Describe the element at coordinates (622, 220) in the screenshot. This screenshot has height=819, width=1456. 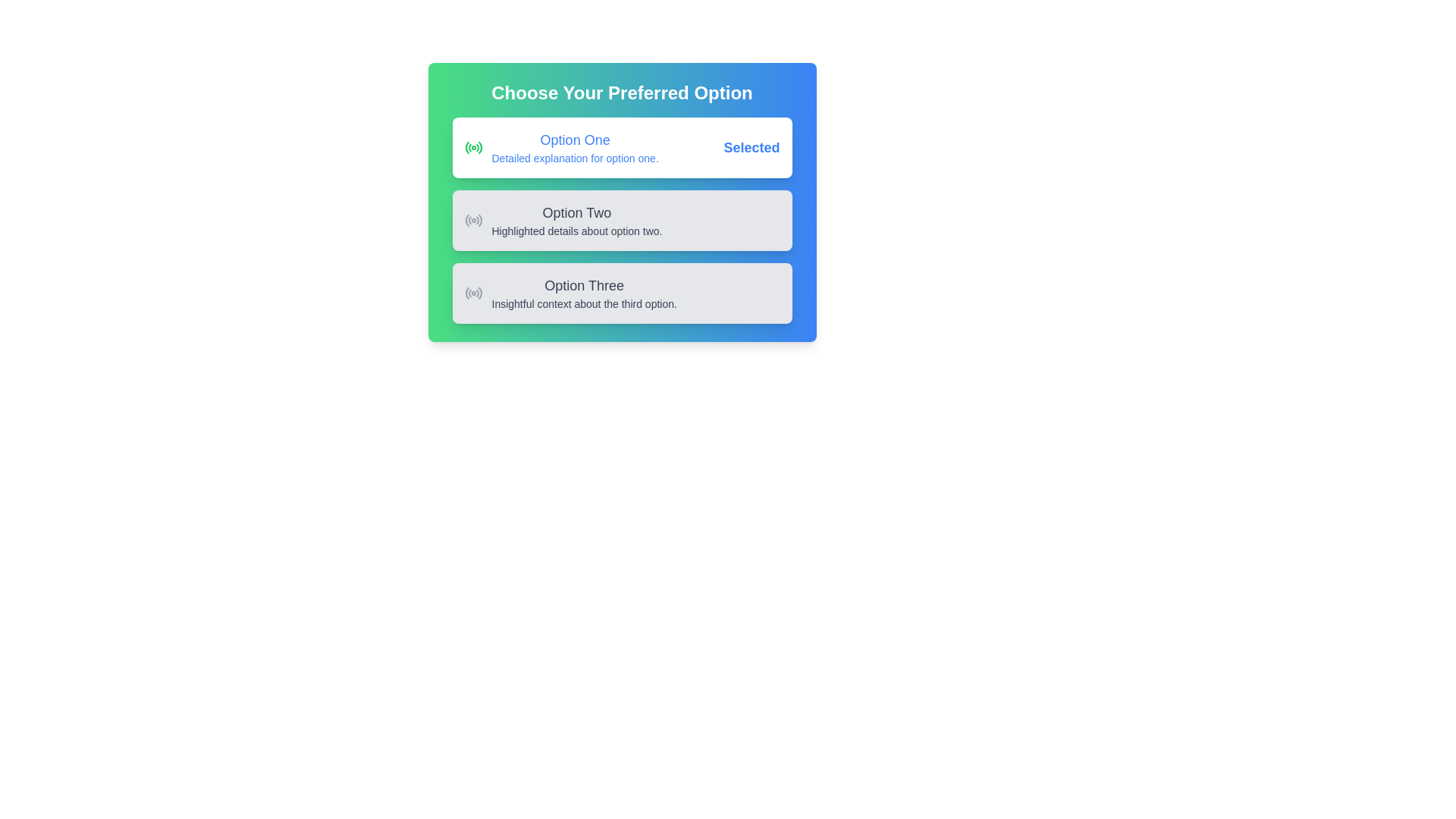
I see `the second radio button option labeled 'Option Two' with the description 'Highlighted details about option two'` at that location.